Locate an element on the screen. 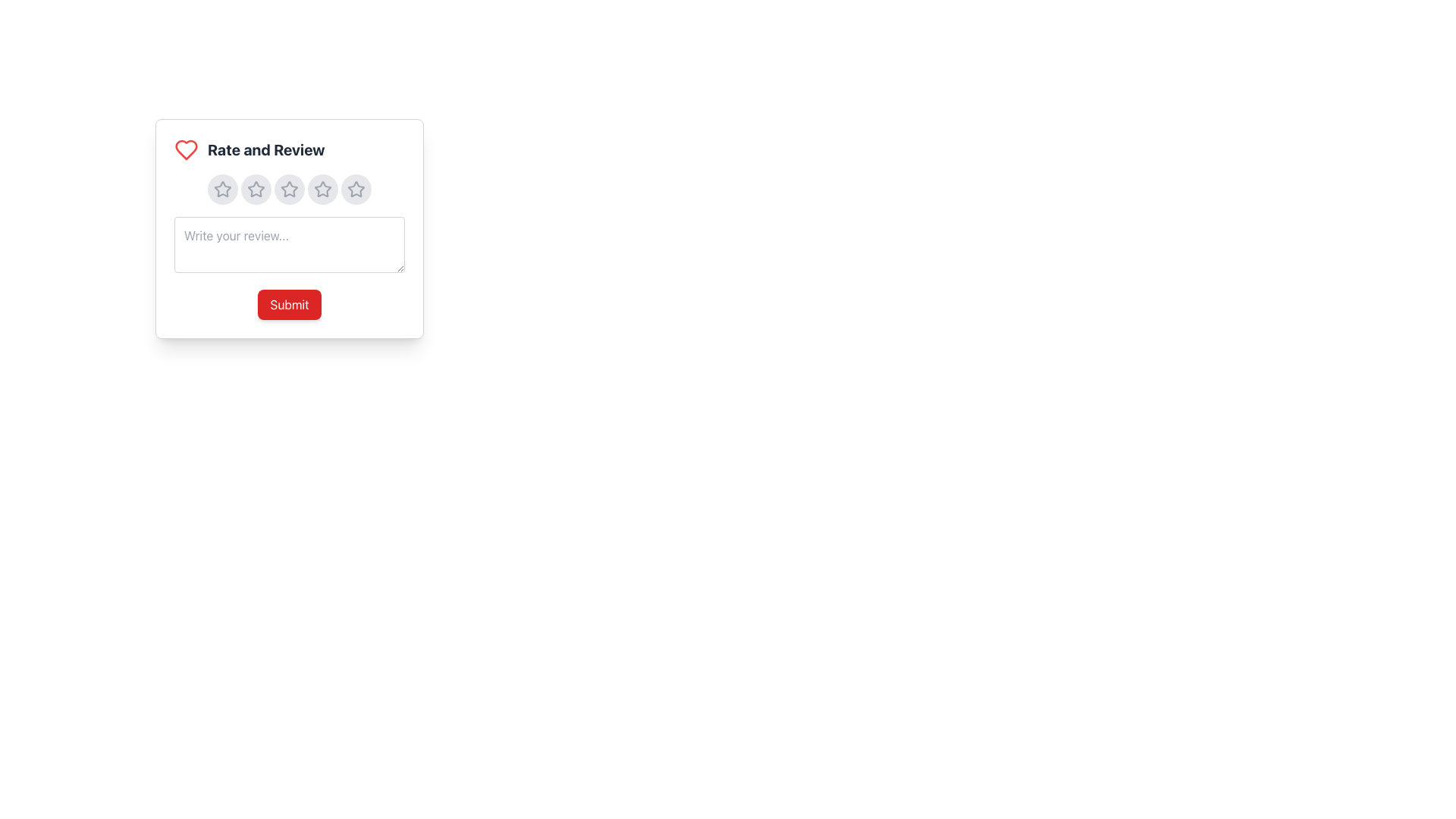 Image resolution: width=1456 pixels, height=819 pixels. the third star-shaped icon in the star rating system to select a three-star rating is located at coordinates (290, 188).